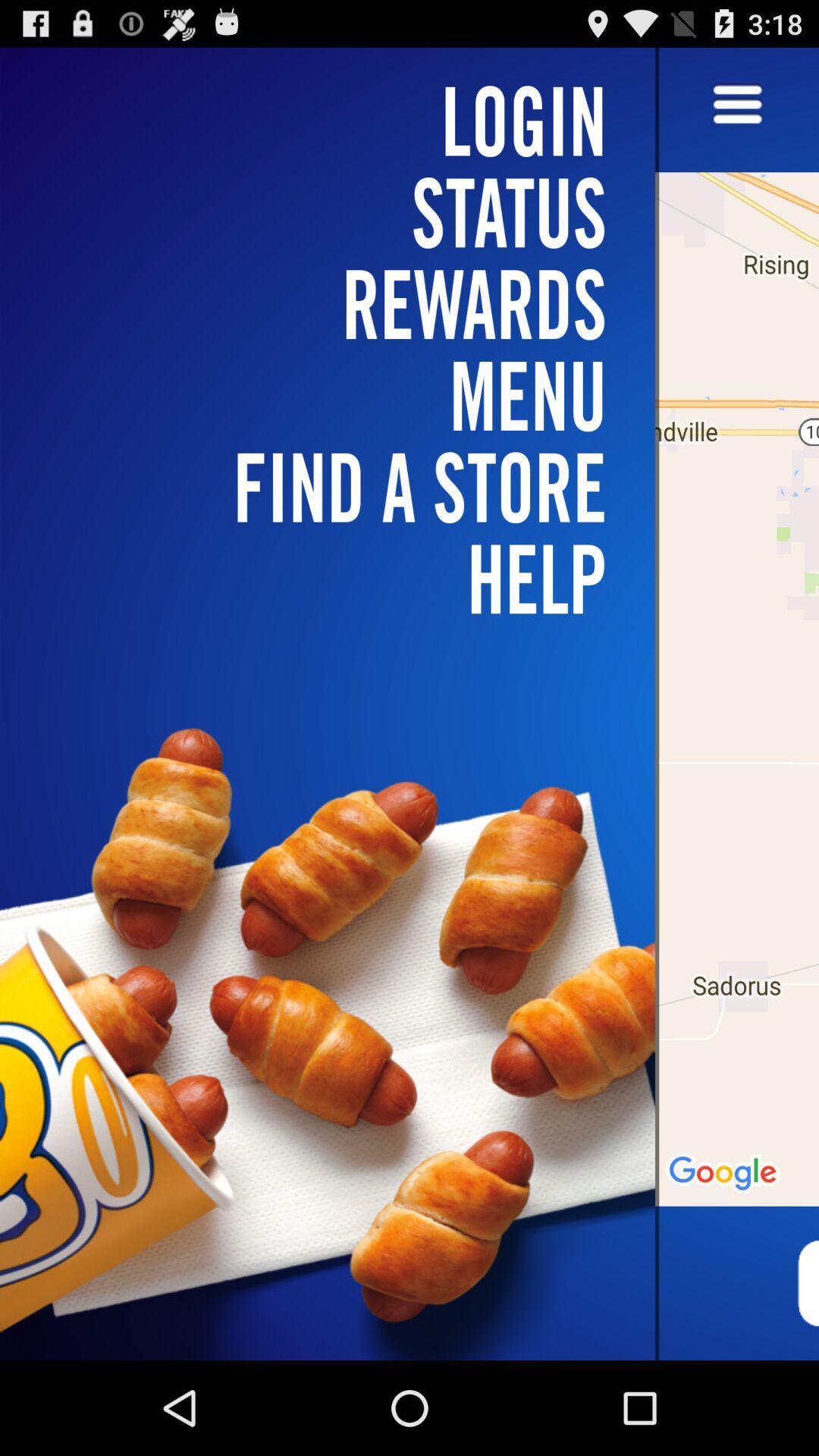 The image size is (819, 1456). I want to click on the rewards icon, so click(336, 303).